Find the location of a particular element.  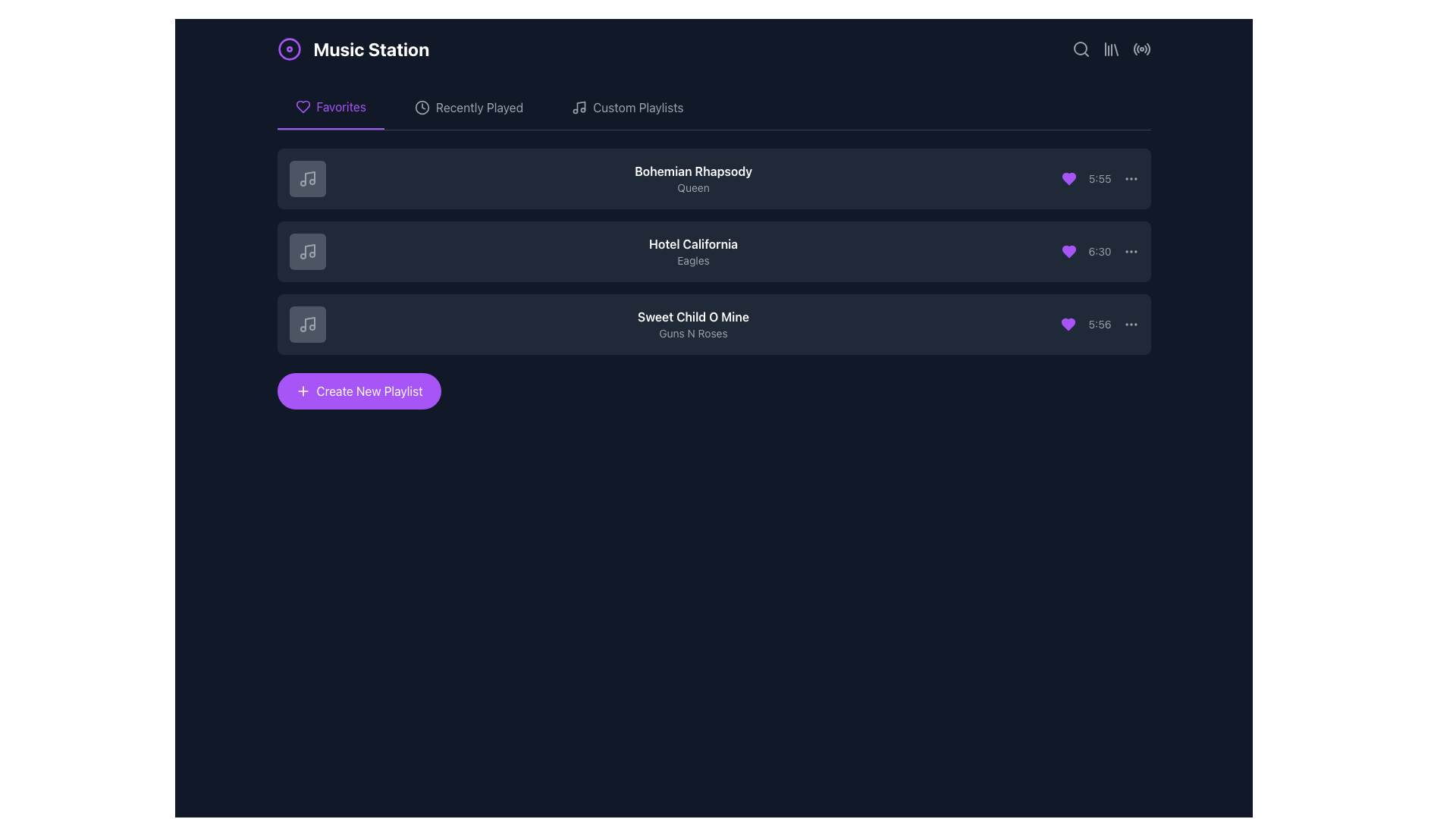

the first square icon on the left in the first row of the music list, which features a rounded background and a centered music note symbol is located at coordinates (306, 177).